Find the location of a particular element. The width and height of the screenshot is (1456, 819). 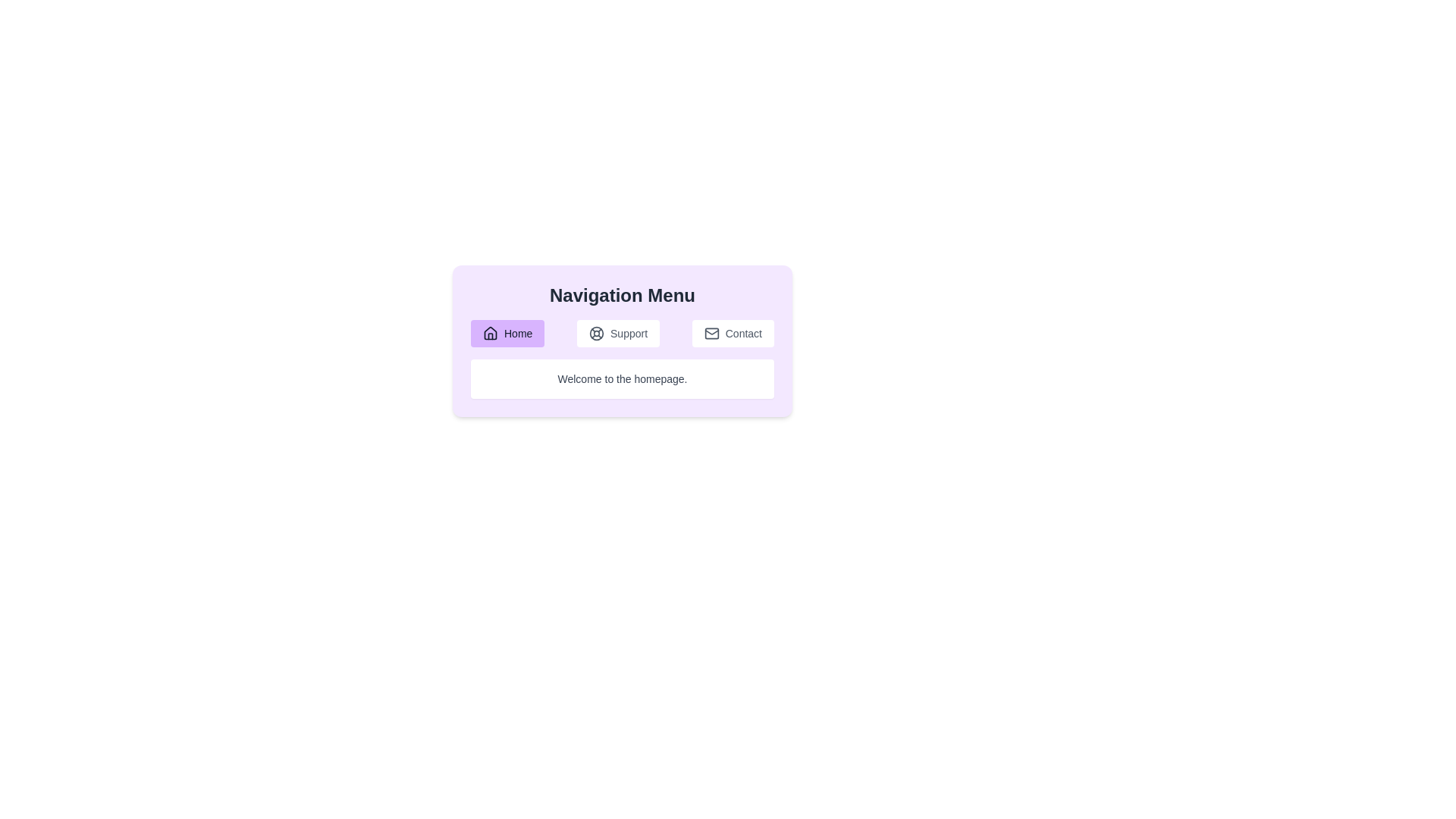

the first button in the horizontal navigation menu, which serves as a link to the homepage is located at coordinates (507, 332).